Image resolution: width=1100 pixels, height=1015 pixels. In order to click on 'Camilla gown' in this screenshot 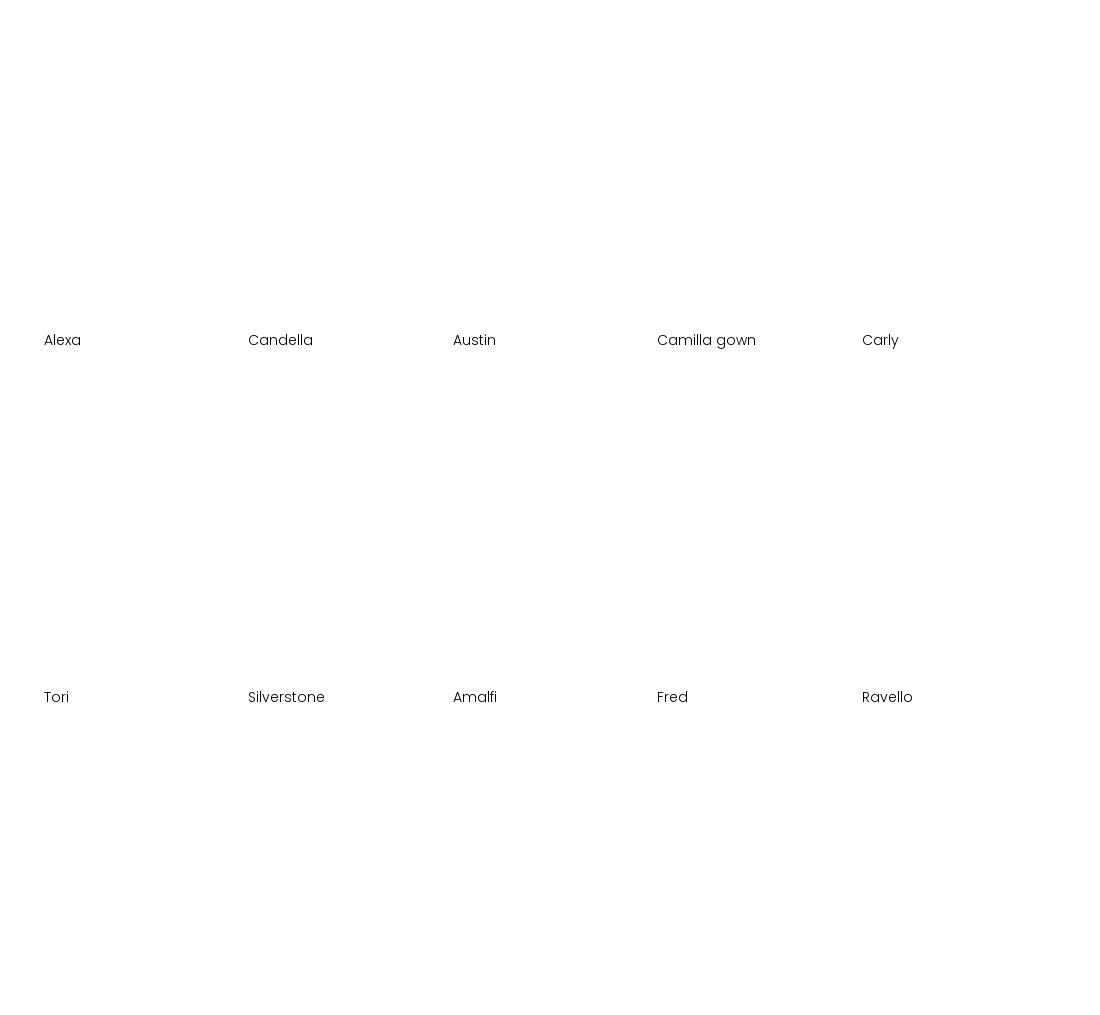, I will do `click(705, 338)`.